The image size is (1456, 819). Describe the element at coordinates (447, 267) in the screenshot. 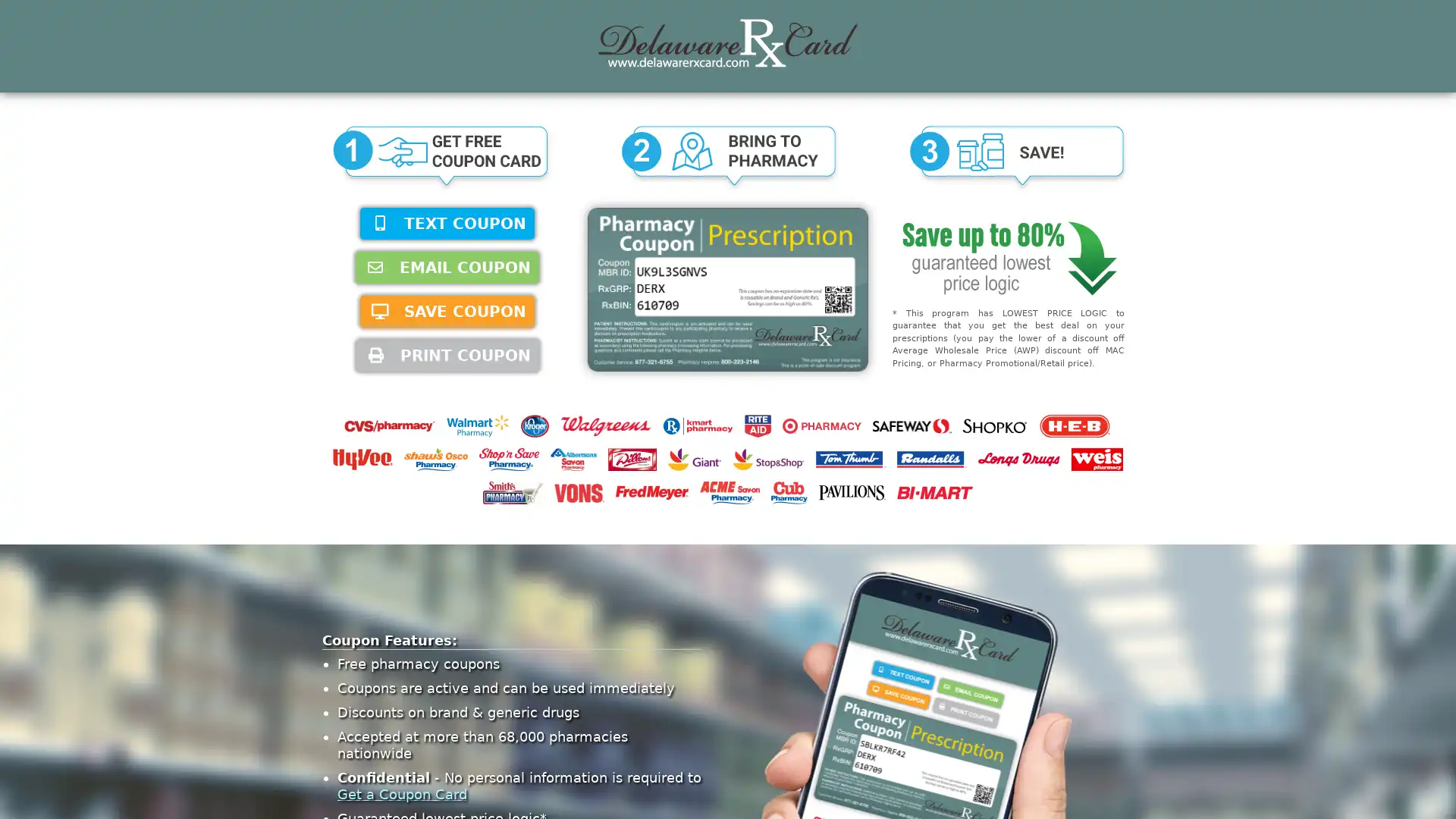

I see `EMAIL COUPON` at that location.